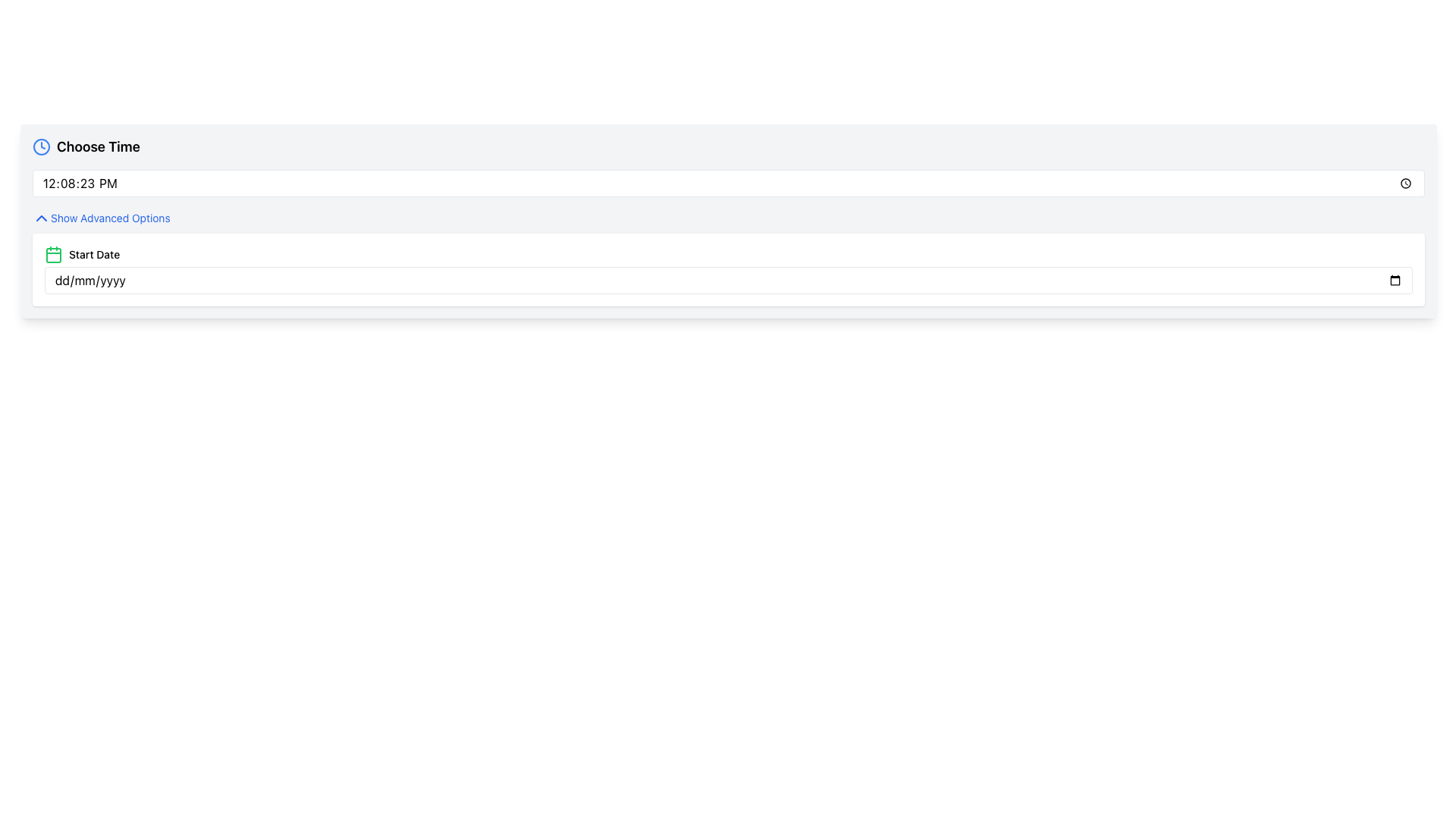  Describe the element at coordinates (54, 253) in the screenshot. I see `the date-related icon positioned at the far left of the 'Start Date' group` at that location.